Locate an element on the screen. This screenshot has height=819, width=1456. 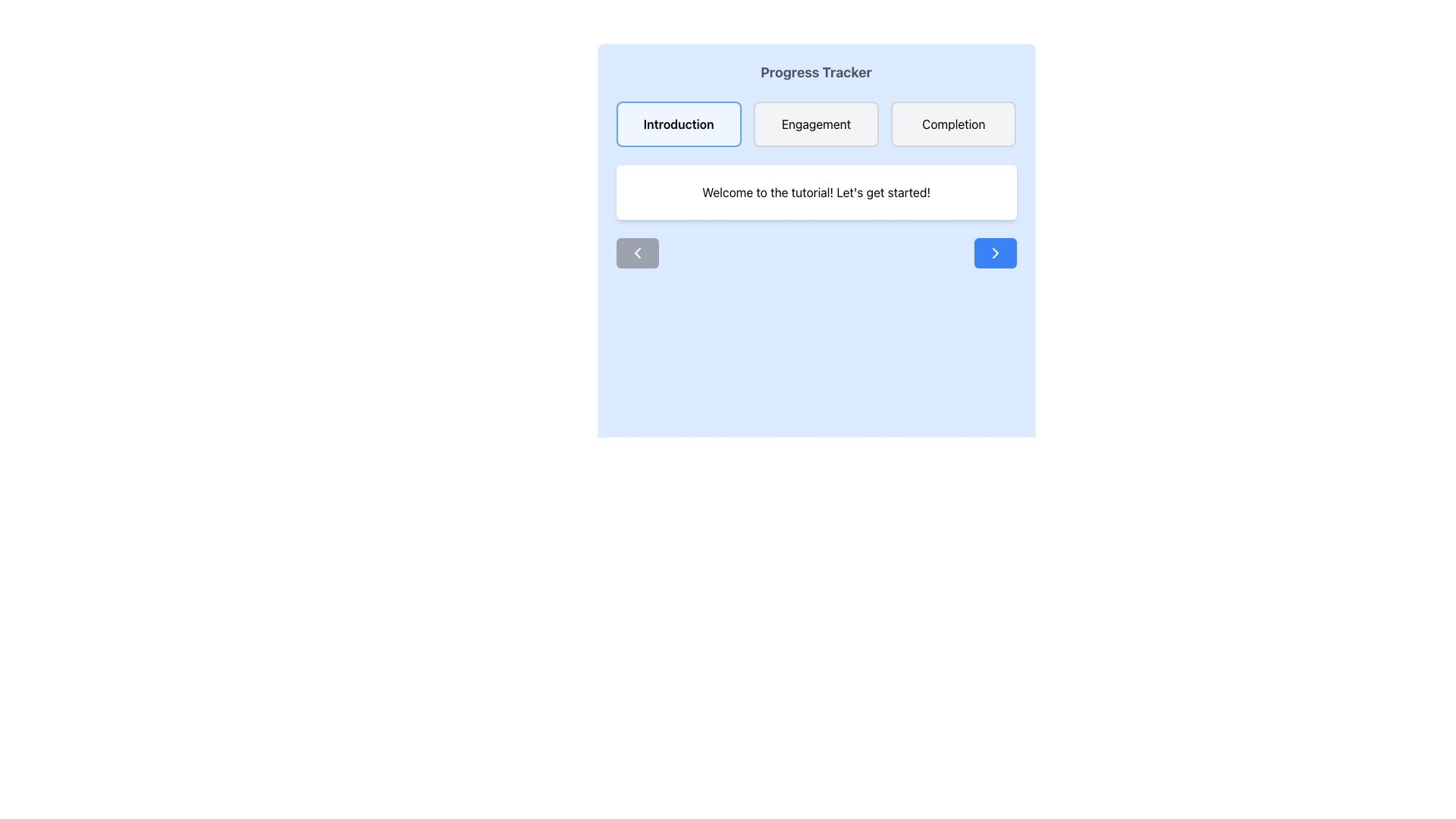
the blue button with white text and a right-facing arrow icon, located on the far-right side of the interface is located at coordinates (995, 253).